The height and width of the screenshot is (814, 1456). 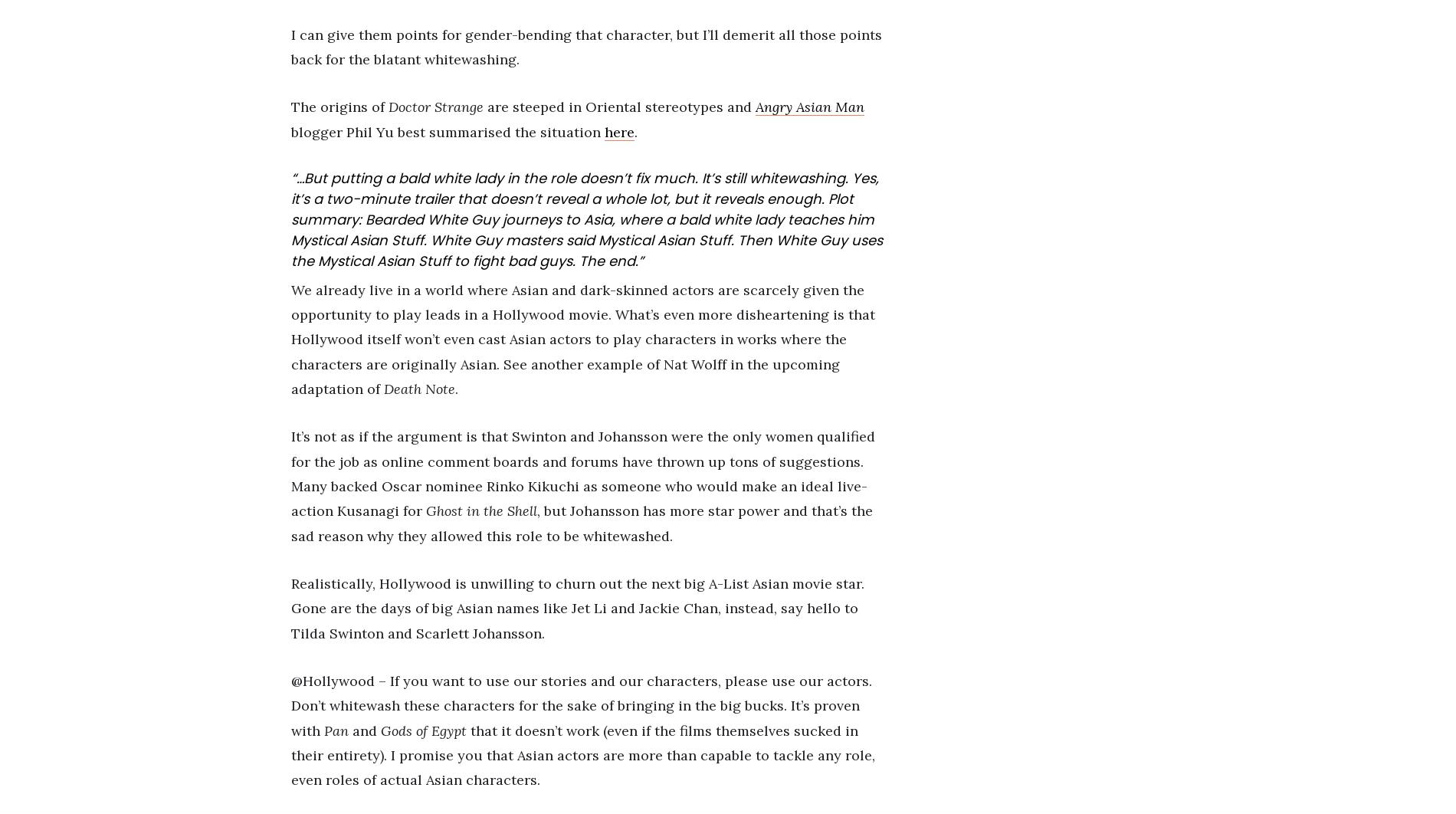 I want to click on ', but Johansson has more star power and that’s the sad reason why they allowed this role to be whitewashed.', so click(x=290, y=523).